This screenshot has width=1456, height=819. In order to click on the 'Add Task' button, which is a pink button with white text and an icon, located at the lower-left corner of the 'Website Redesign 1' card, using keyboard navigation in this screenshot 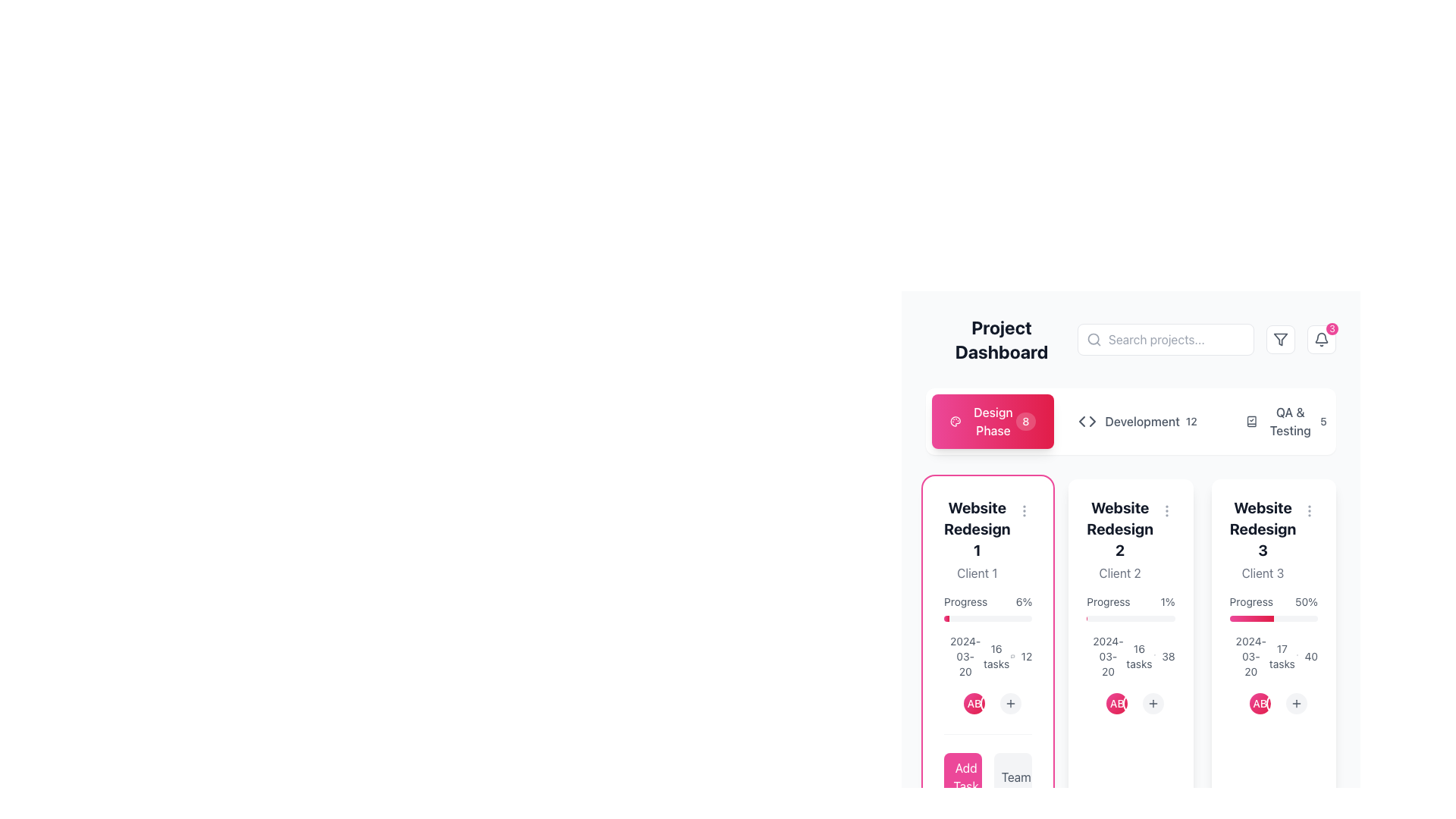, I will do `click(962, 777)`.